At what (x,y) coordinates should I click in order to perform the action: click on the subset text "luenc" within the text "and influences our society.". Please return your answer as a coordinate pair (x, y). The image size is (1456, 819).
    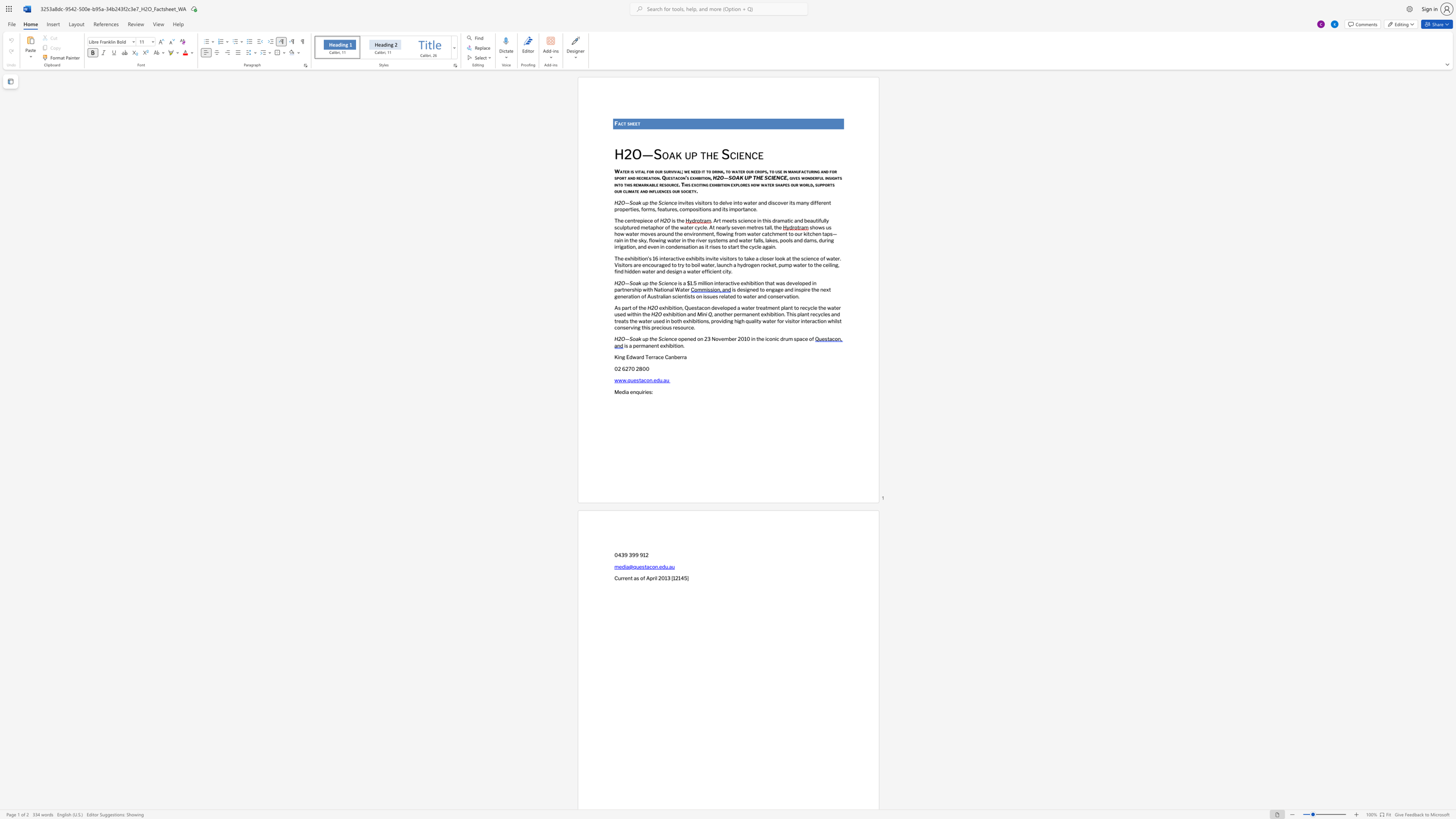
    Looking at the image, I should click on (654, 190).